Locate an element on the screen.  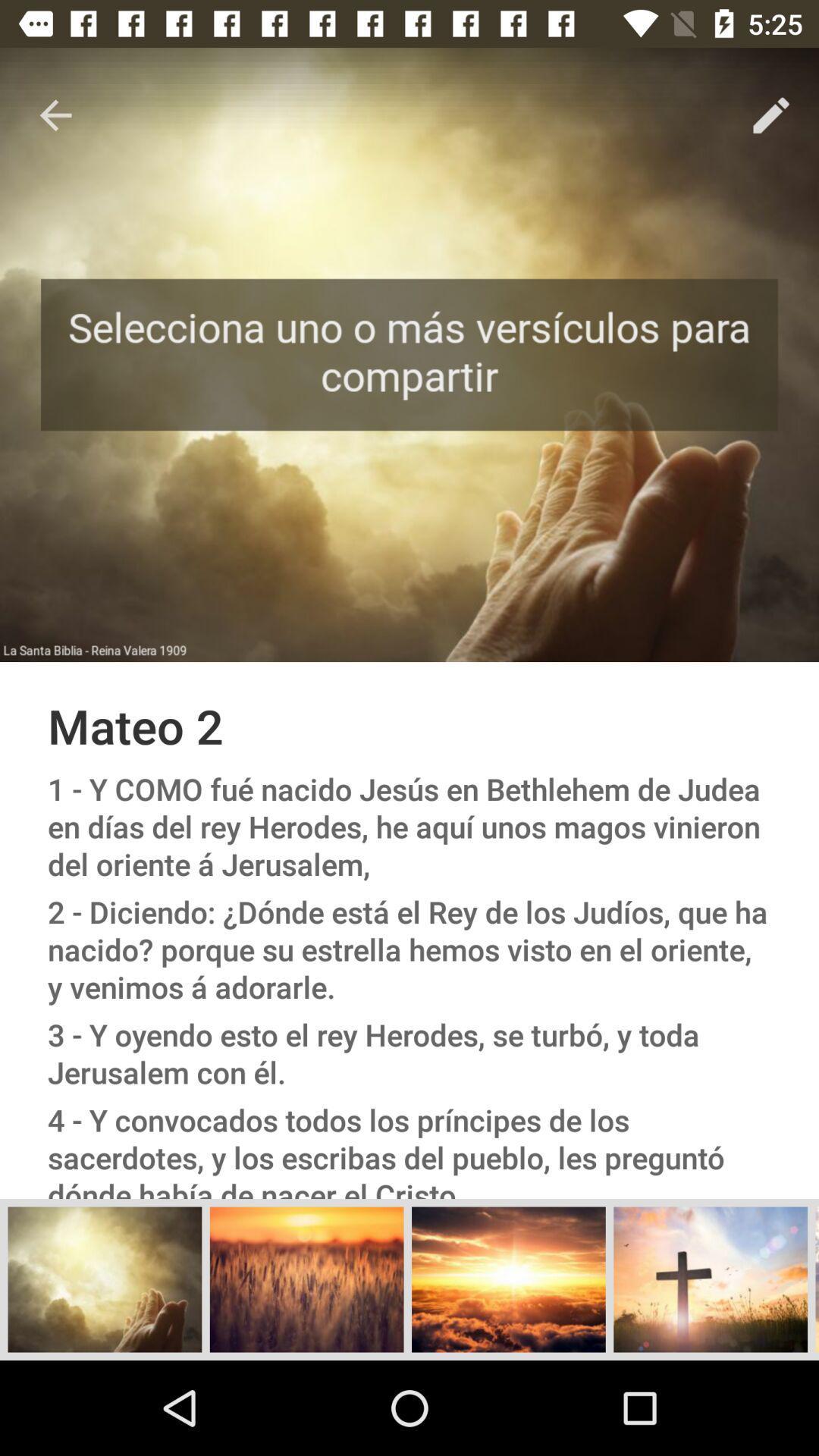
the 1 y como item is located at coordinates (409, 826).